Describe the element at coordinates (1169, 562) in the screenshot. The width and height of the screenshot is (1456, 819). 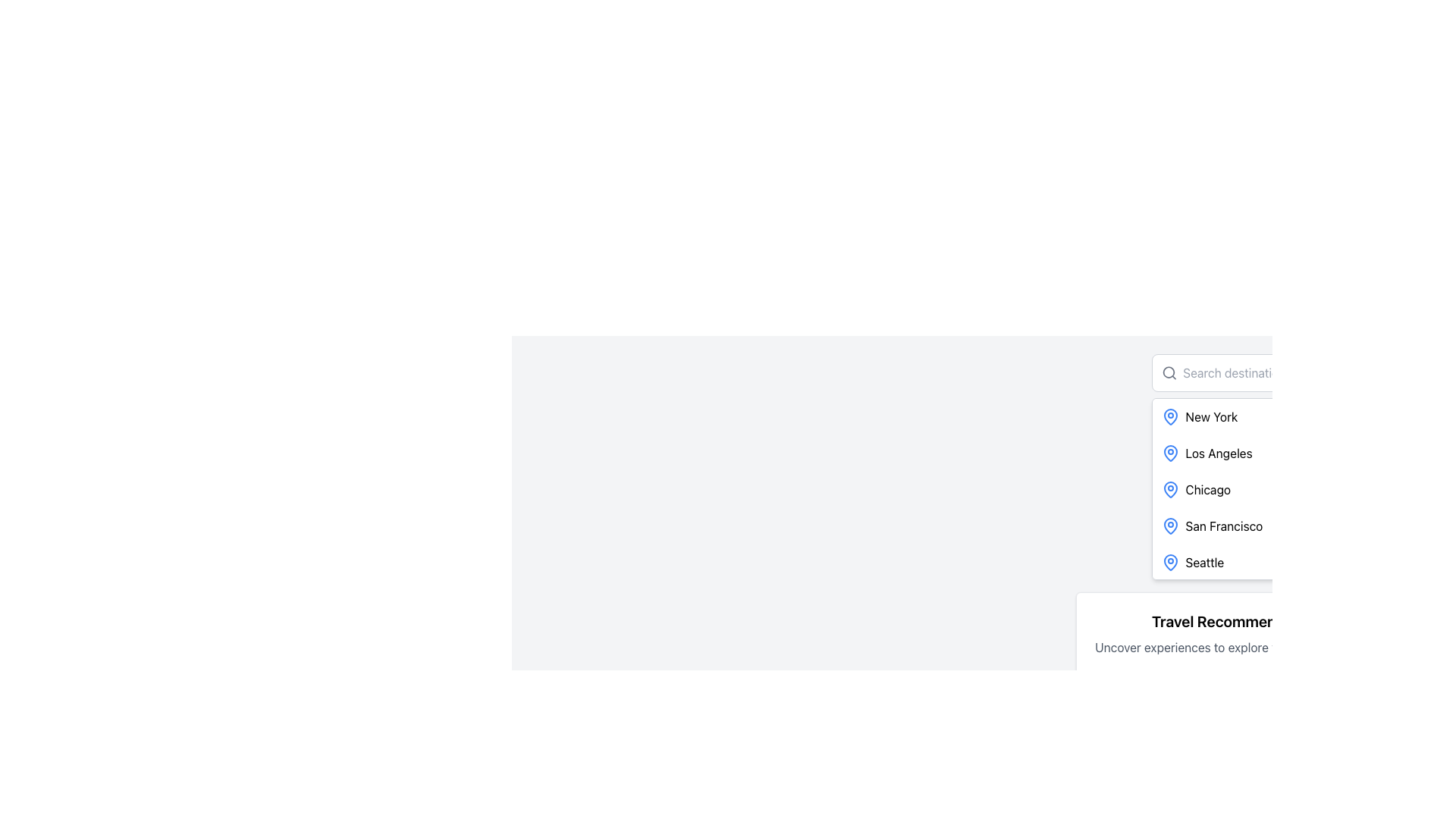
I see `the blue map pin icon located to the left of the text 'Seattle' in the bottom-most row of the city names list` at that location.